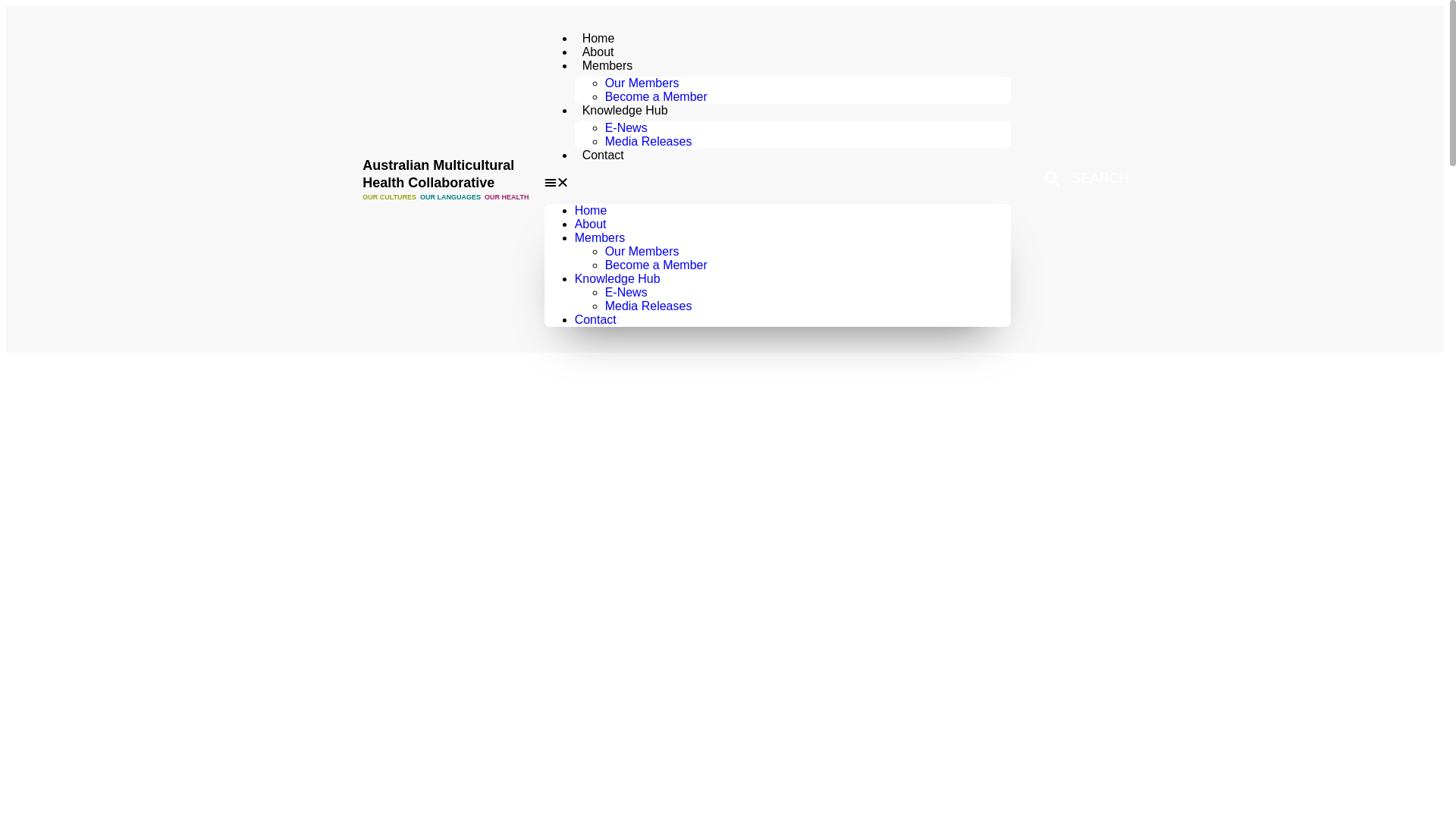 This screenshot has height=819, width=1456. What do you see at coordinates (1033, 177) in the screenshot?
I see `'SEARCH'` at bounding box center [1033, 177].